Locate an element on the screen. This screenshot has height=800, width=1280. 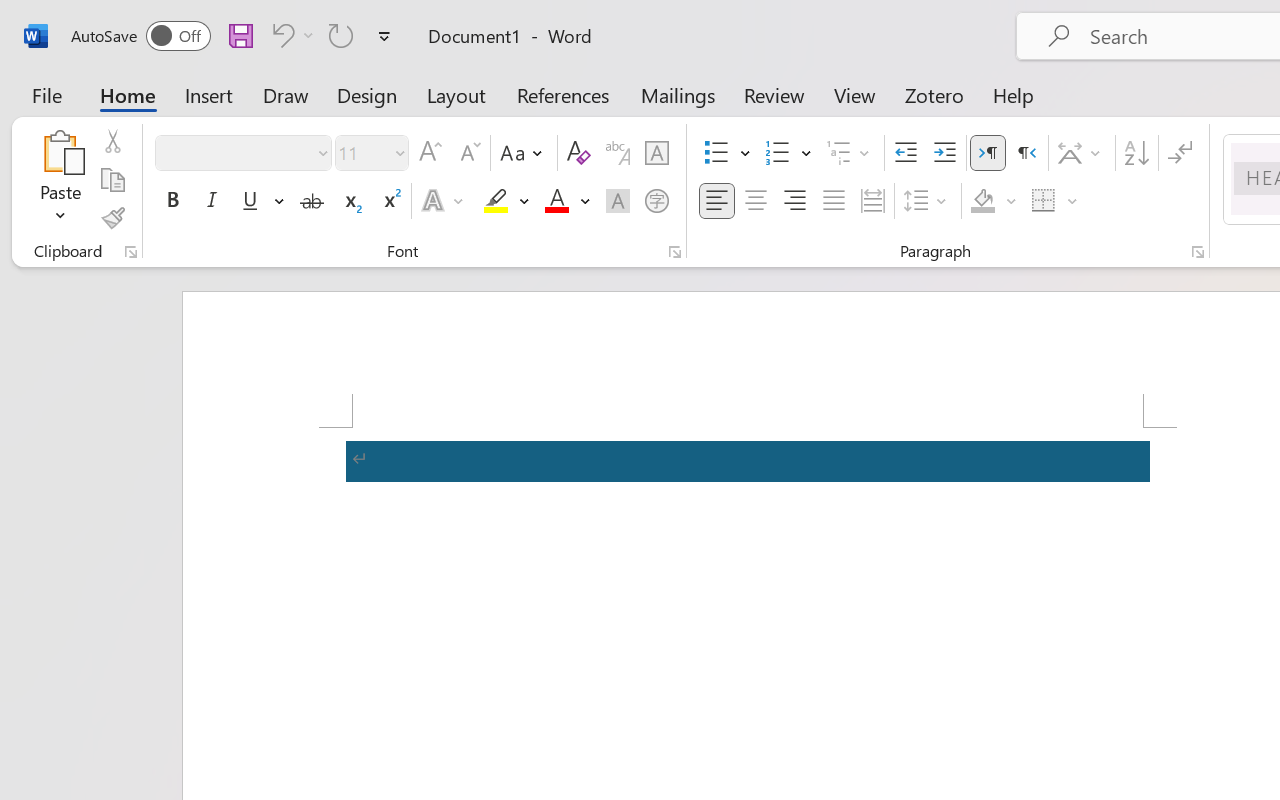
'Shading No Color' is located at coordinates (983, 201).